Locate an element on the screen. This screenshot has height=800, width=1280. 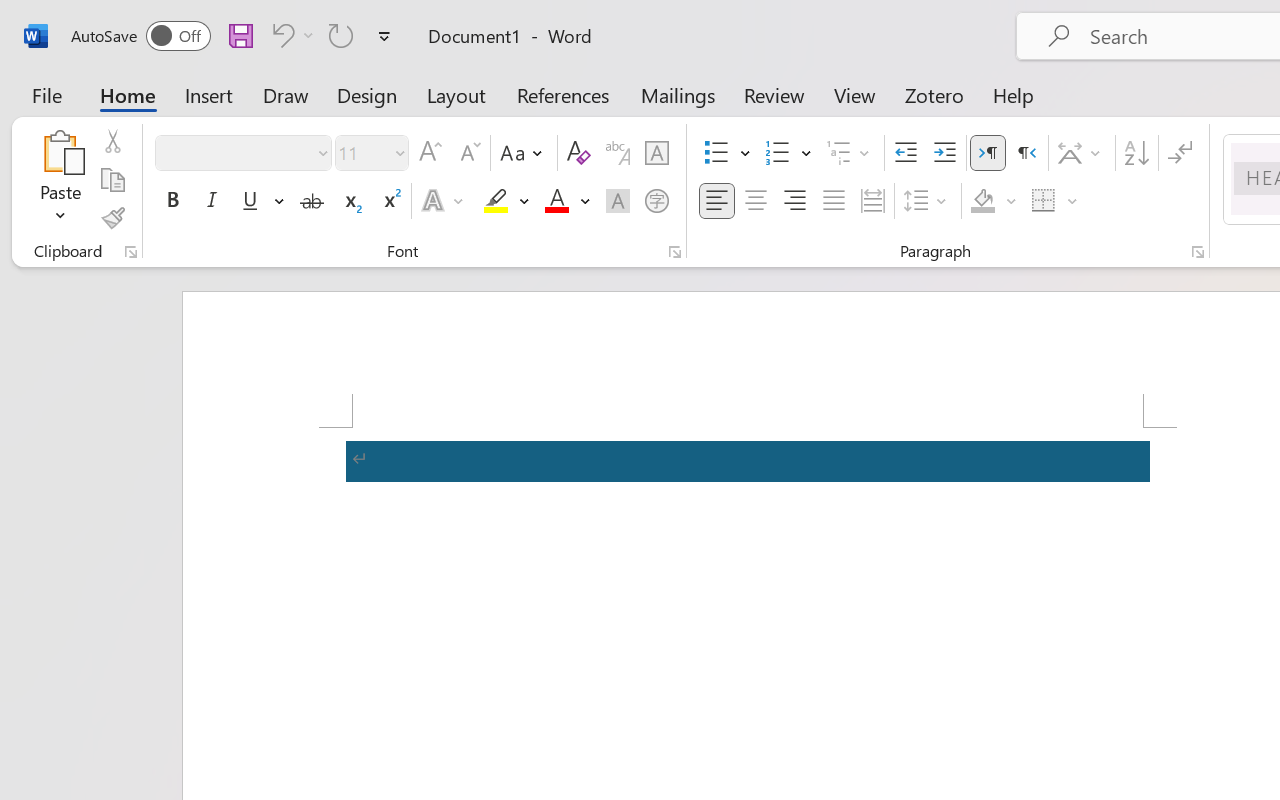
'Shading No Color' is located at coordinates (983, 201).